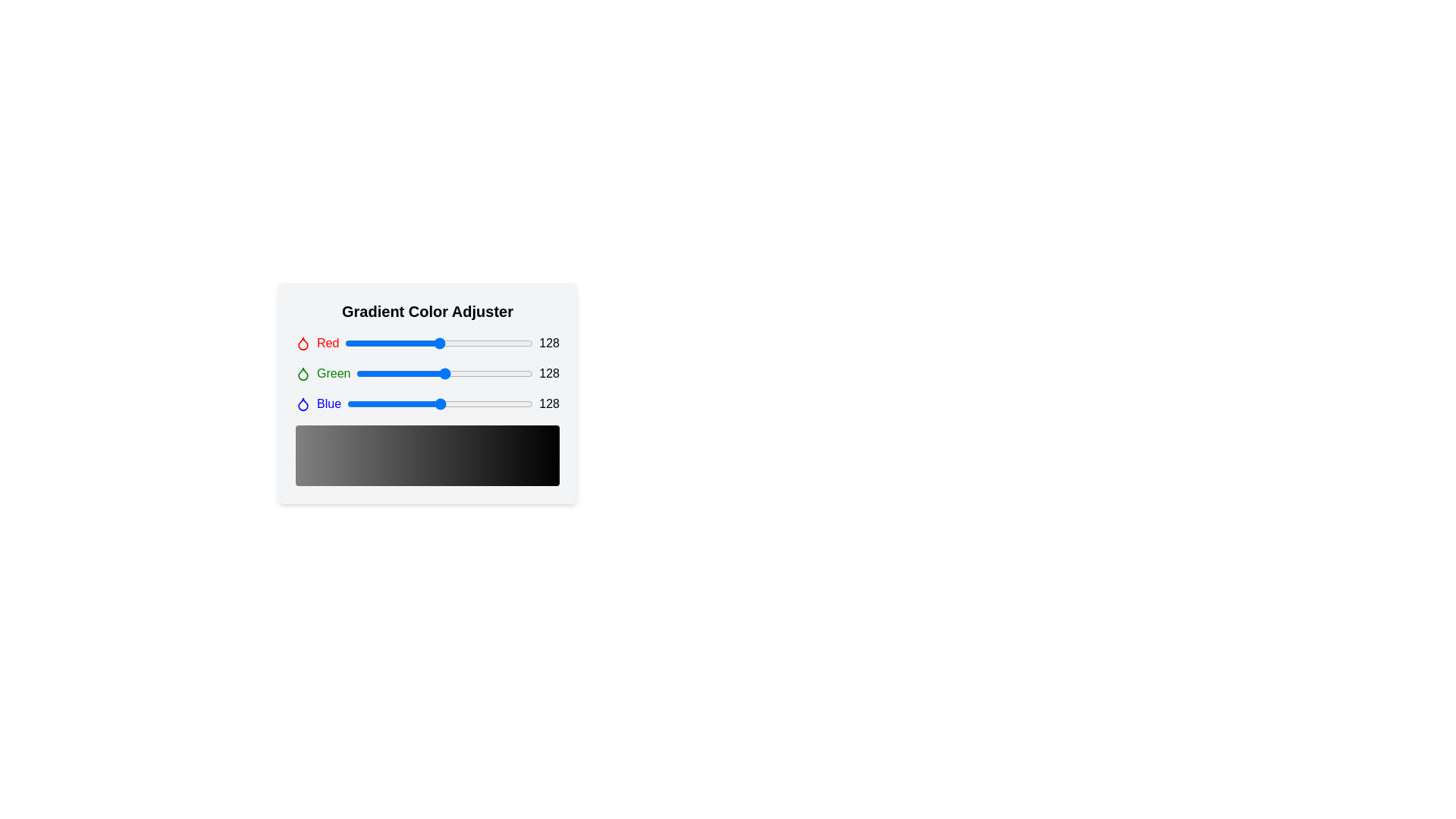 This screenshot has width=1456, height=819. What do you see at coordinates (448, 343) in the screenshot?
I see `the red color slider to 141` at bounding box center [448, 343].